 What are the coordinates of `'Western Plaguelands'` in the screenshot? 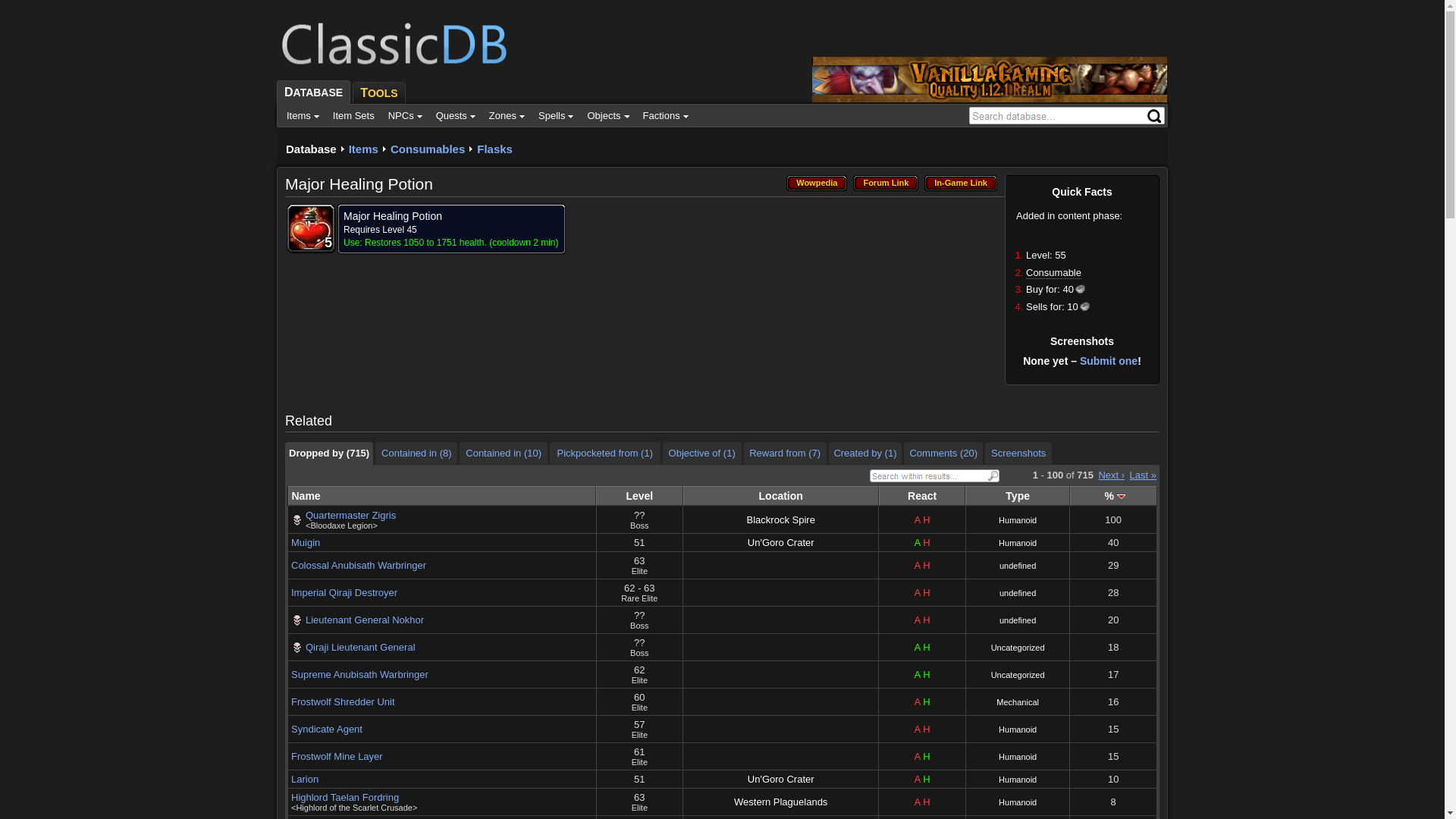 It's located at (780, 801).